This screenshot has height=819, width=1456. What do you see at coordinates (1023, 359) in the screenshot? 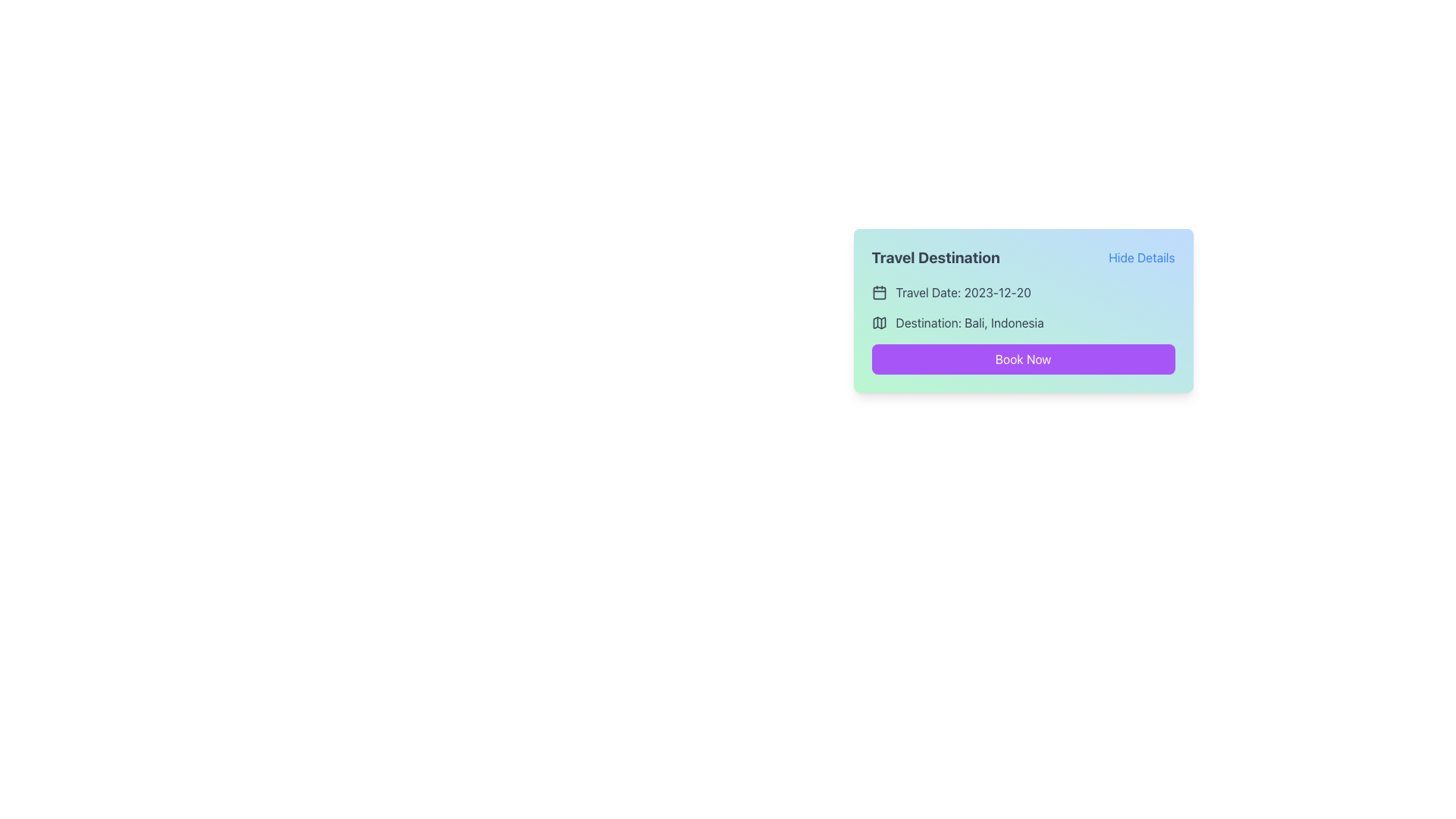
I see `the call-to-action button for initiating the booking process located below the text 'Destination: Bali, Indonesia'` at bounding box center [1023, 359].